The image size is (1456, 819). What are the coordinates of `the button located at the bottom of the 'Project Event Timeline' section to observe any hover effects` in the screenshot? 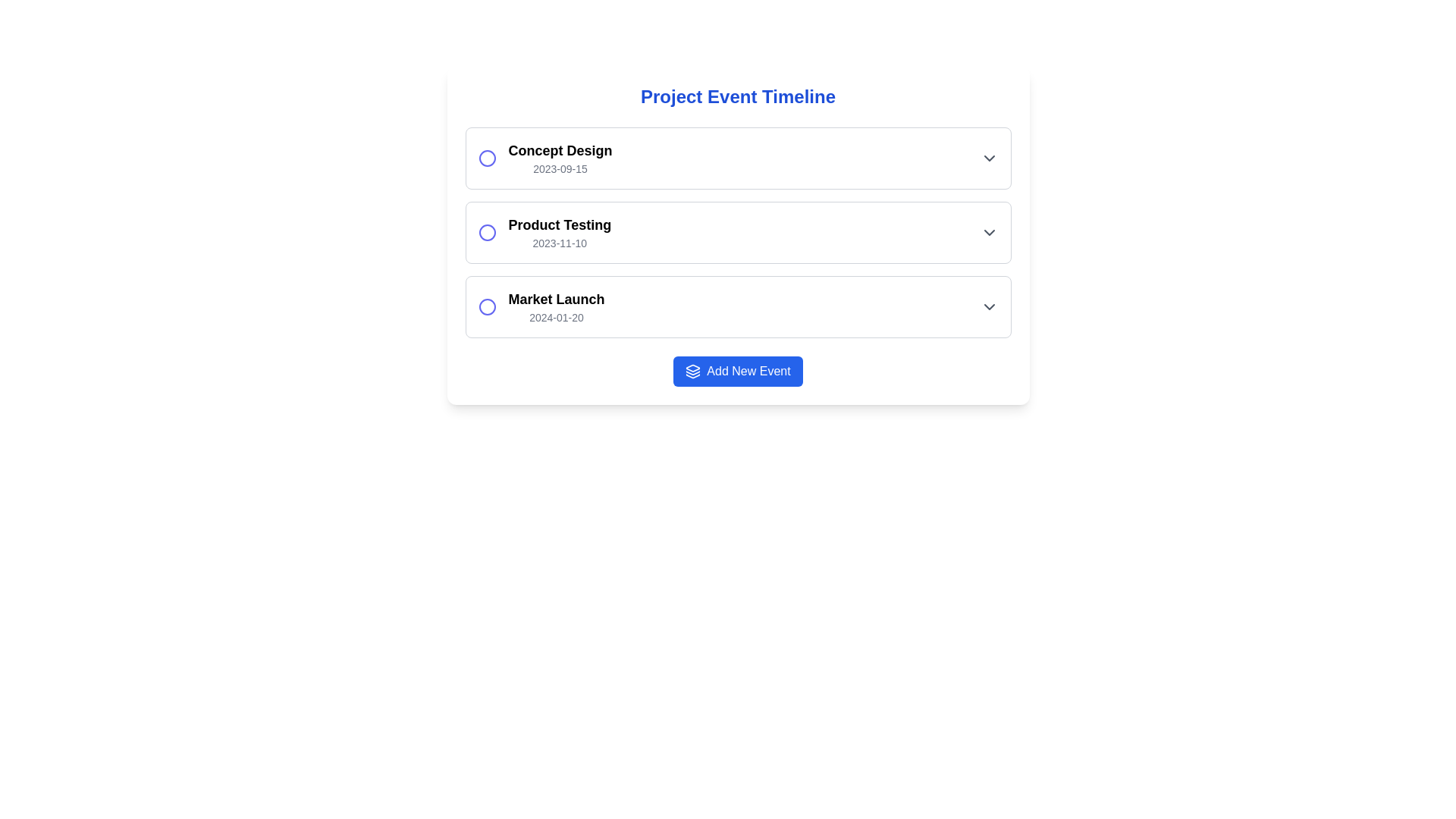 It's located at (738, 371).